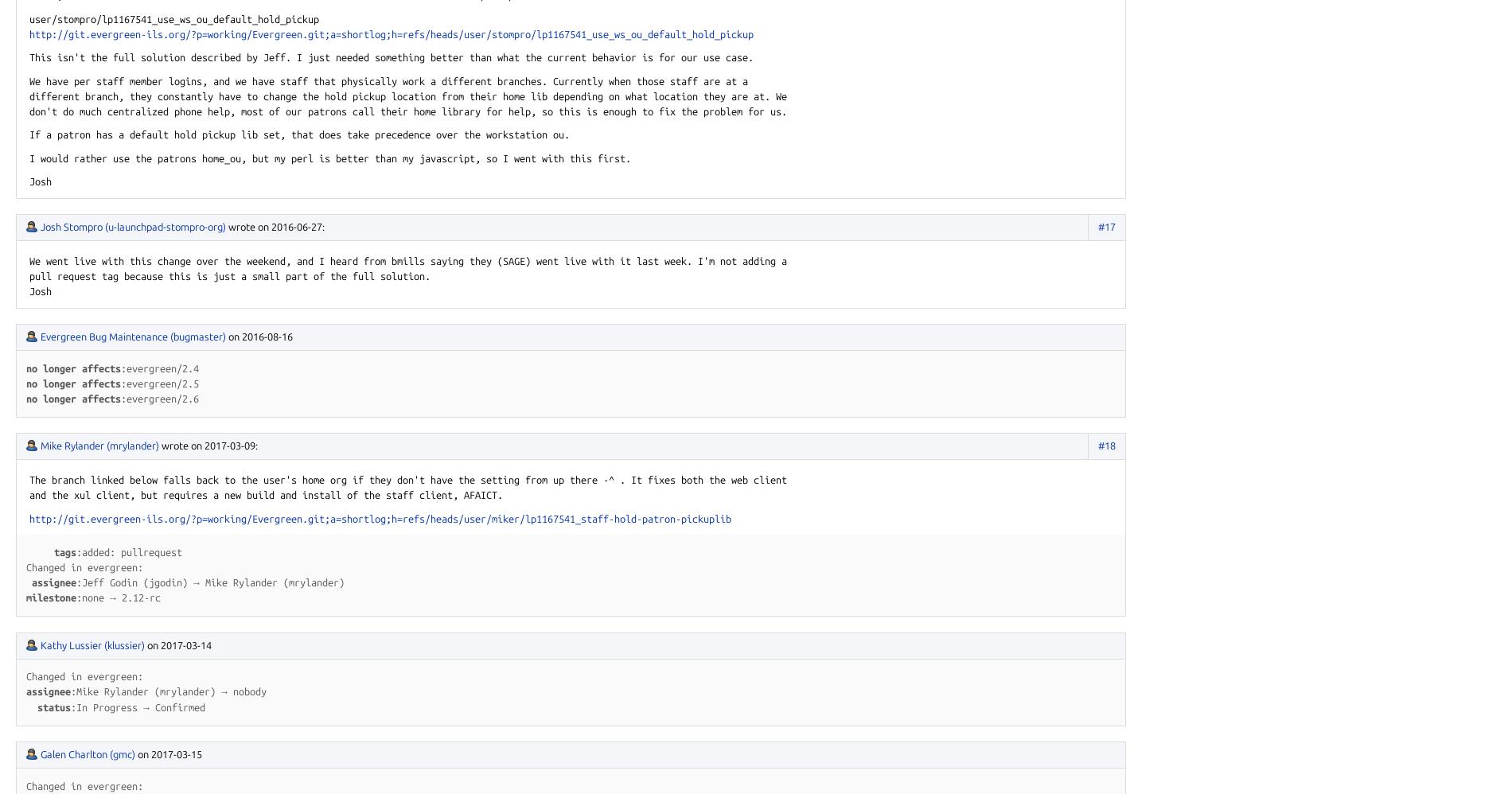 The width and height of the screenshot is (1512, 794). What do you see at coordinates (133, 226) in the screenshot?
I see `'Josh Stompro (u-launchpad-stompro-org)'` at bounding box center [133, 226].